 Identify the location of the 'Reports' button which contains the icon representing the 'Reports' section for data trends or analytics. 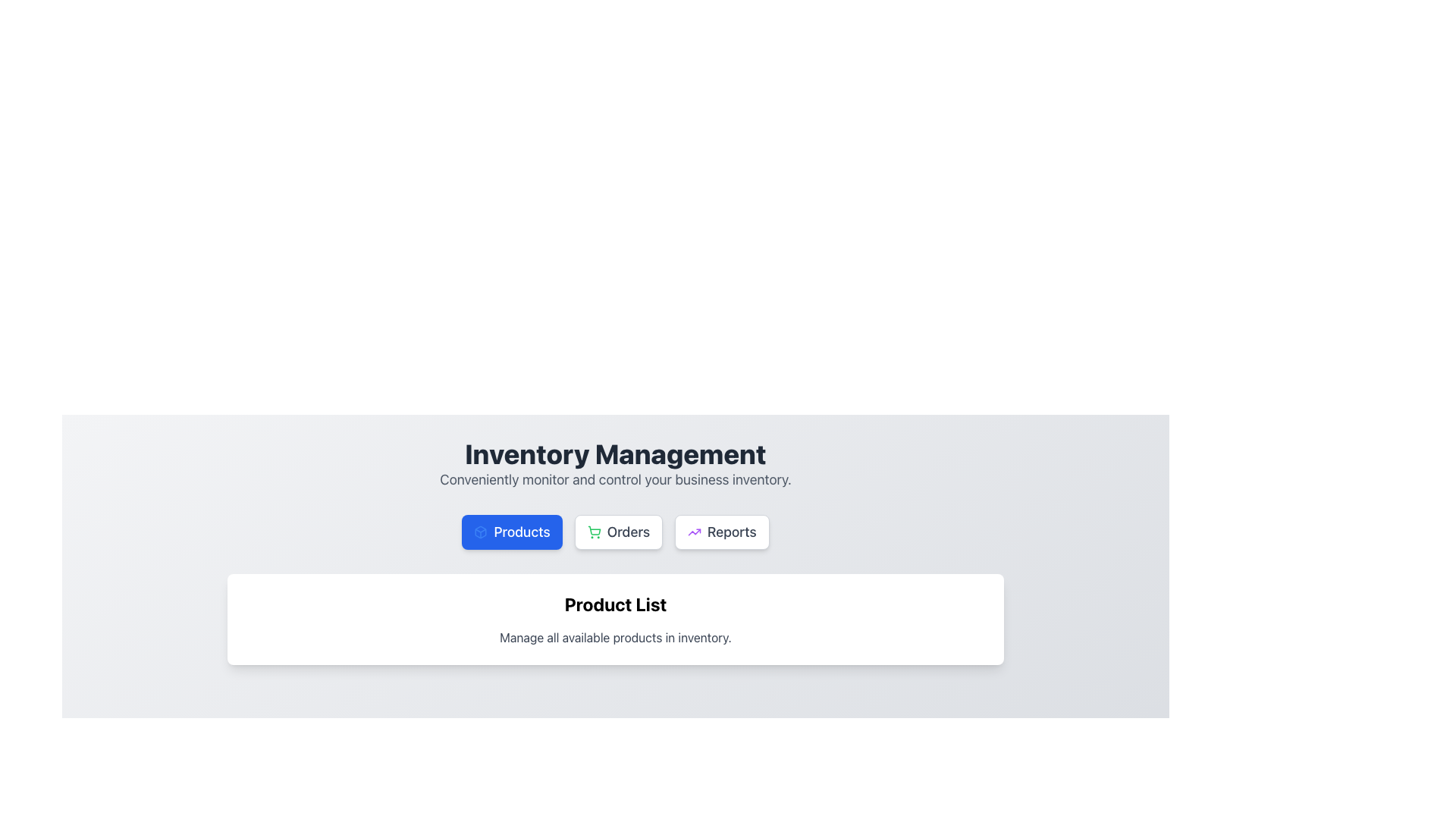
(694, 532).